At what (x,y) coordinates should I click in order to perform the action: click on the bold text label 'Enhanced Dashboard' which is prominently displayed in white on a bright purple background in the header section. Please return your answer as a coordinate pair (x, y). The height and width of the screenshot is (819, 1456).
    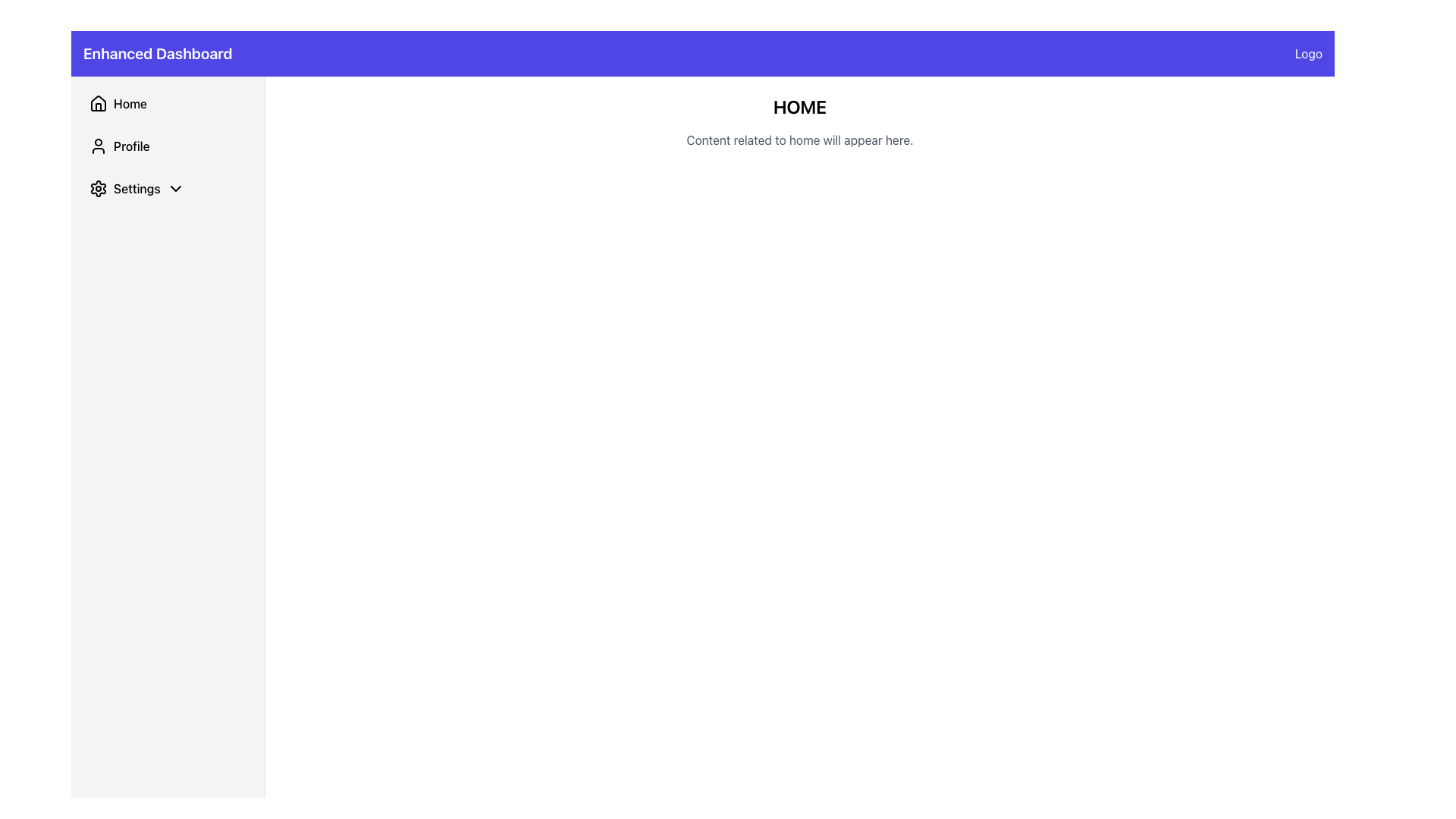
    Looking at the image, I should click on (158, 52).